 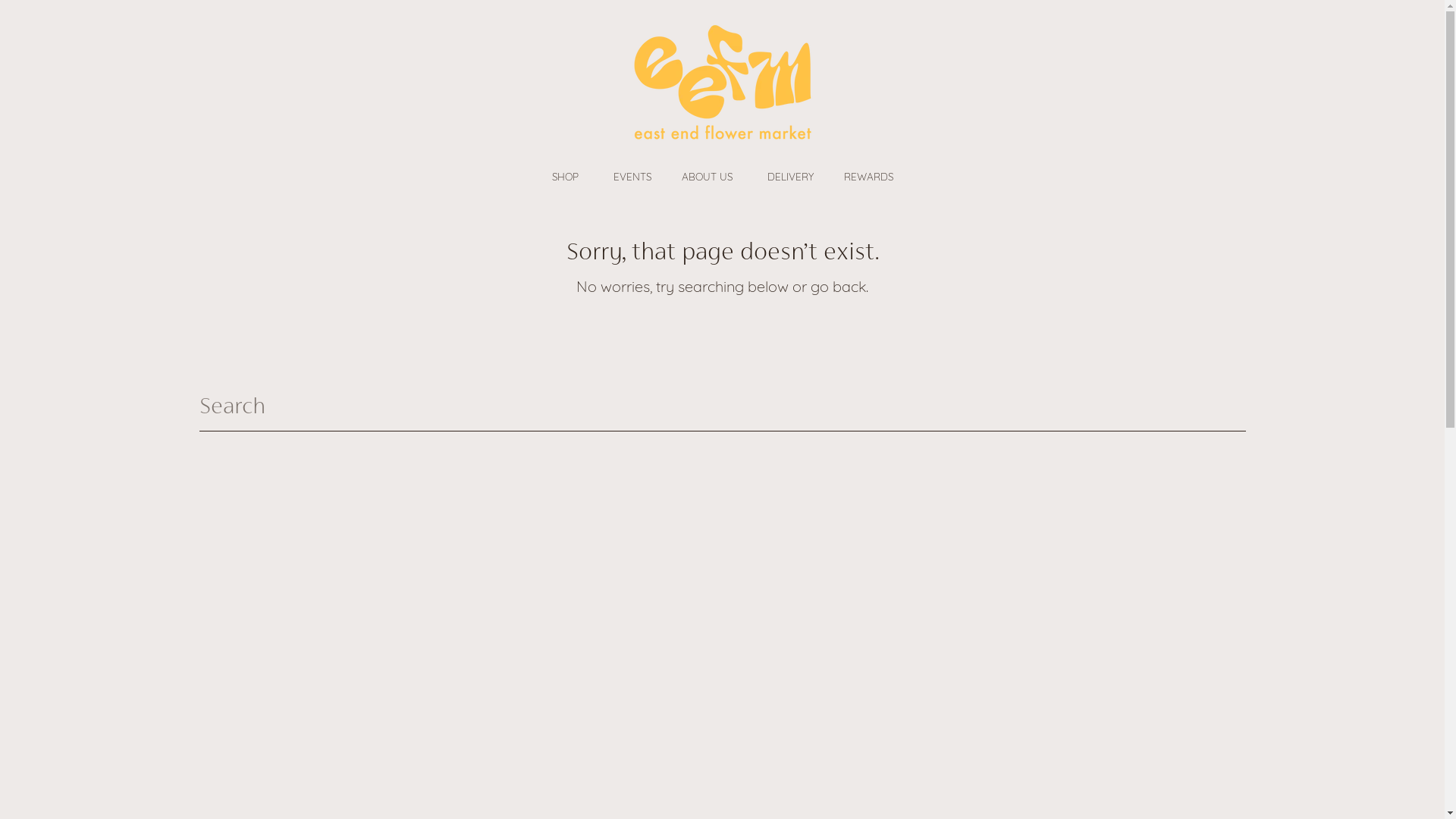 What do you see at coordinates (827, 175) in the screenshot?
I see `'REWARDS'` at bounding box center [827, 175].